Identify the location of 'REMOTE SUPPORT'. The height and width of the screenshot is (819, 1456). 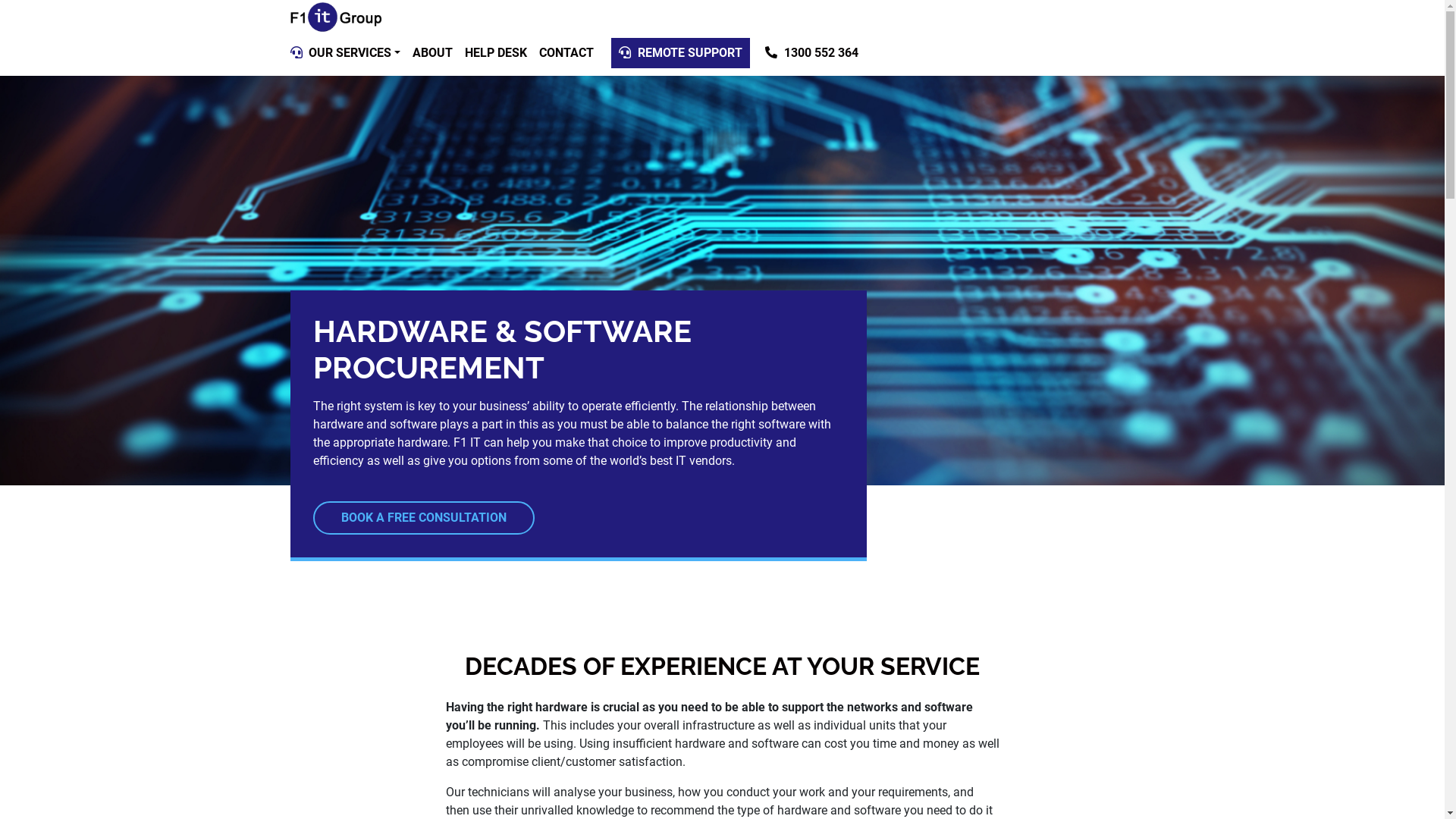
(679, 52).